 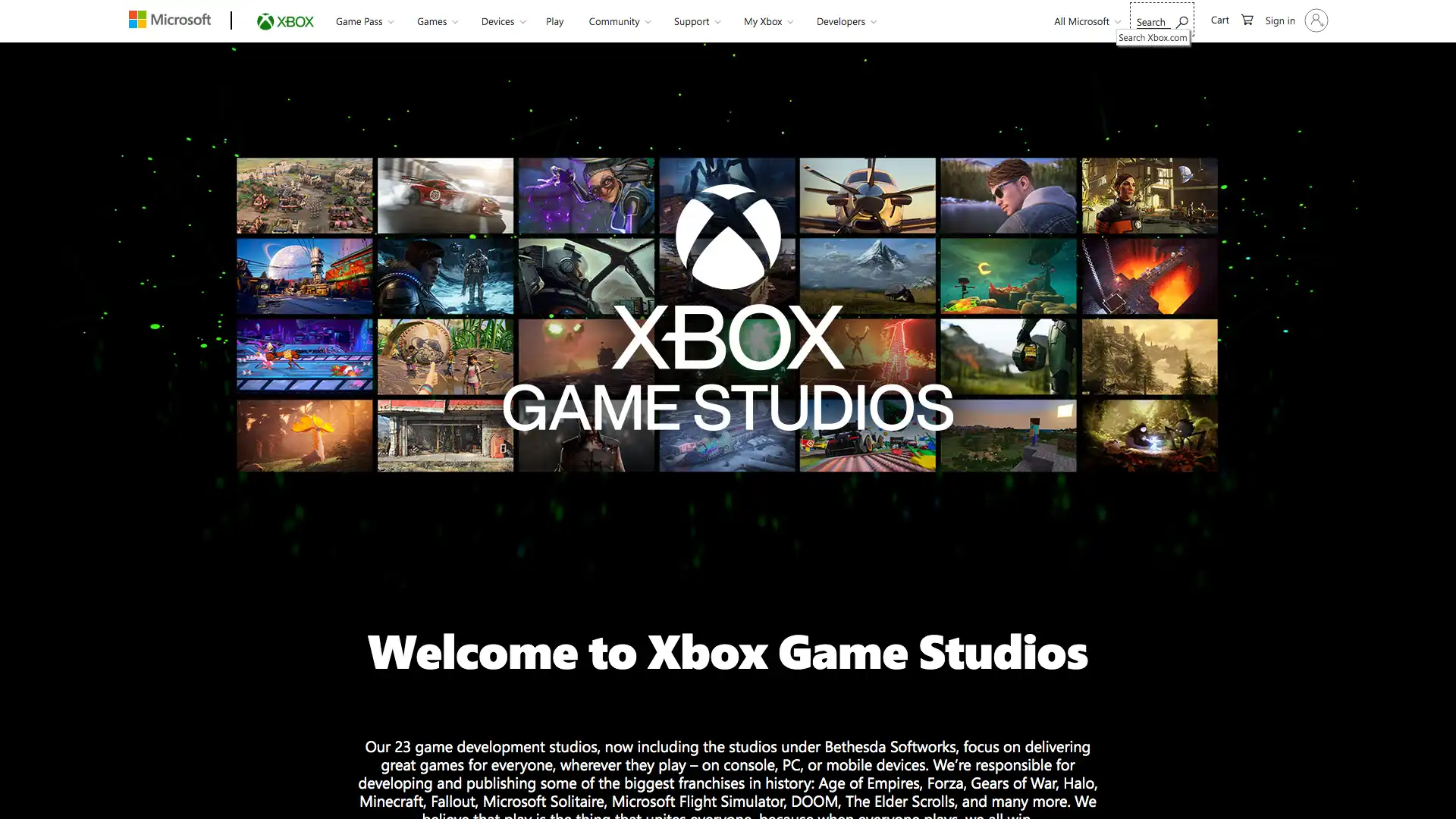 I want to click on Community, so click(x=619, y=20).